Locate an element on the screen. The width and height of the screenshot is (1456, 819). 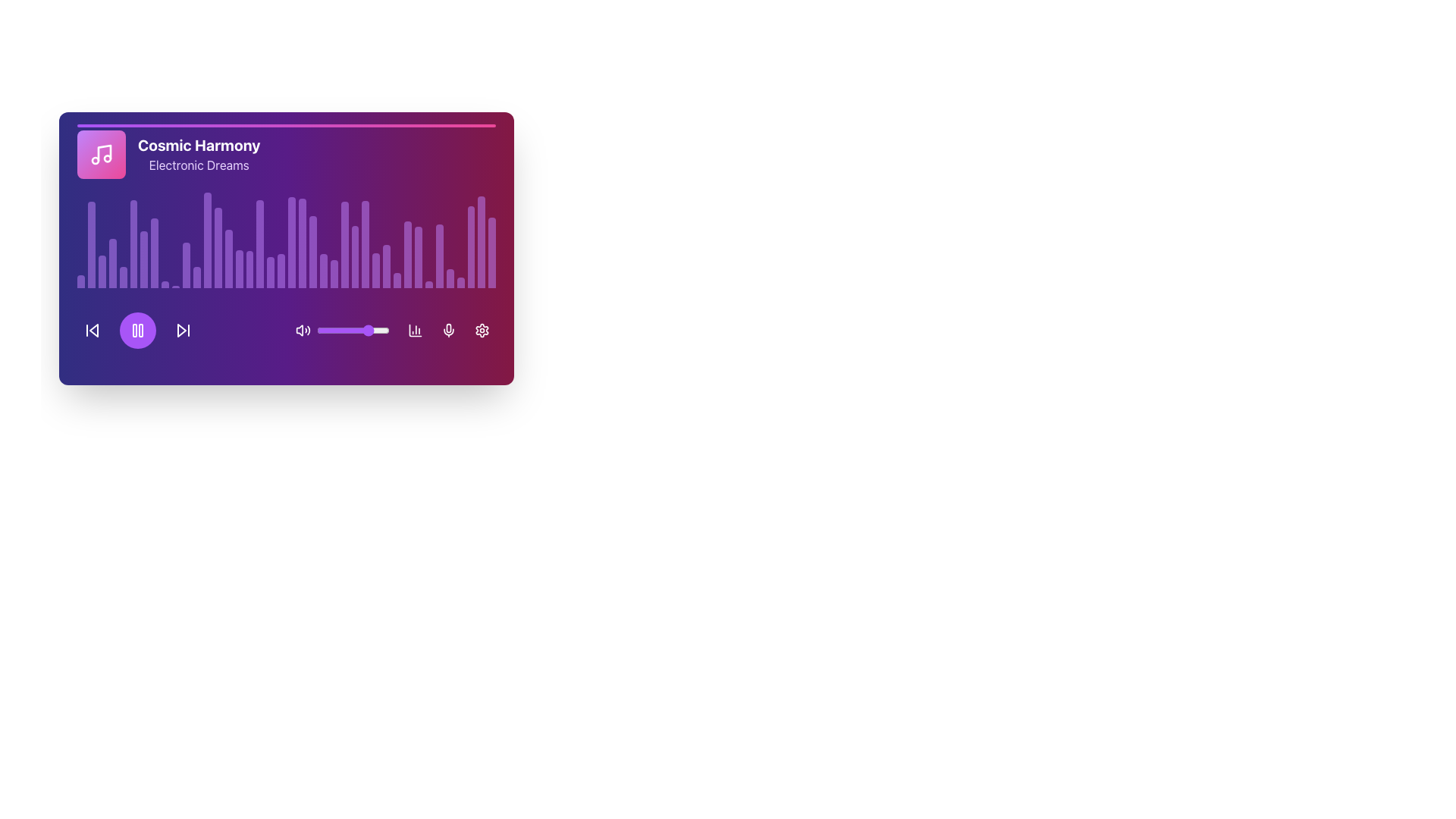
the volume level is located at coordinates (350, 329).